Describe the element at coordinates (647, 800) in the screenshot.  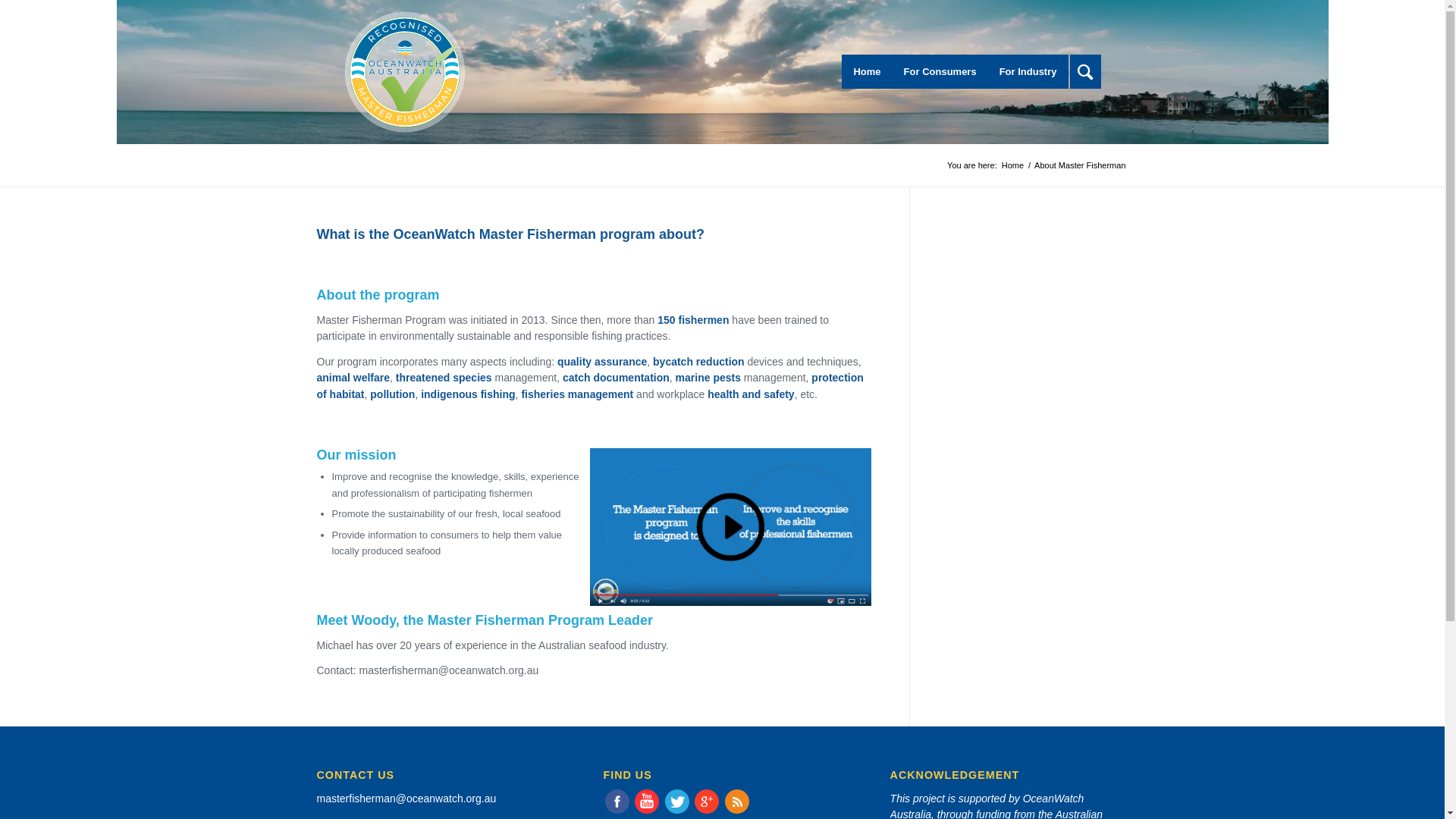
I see `'youtube'` at that location.